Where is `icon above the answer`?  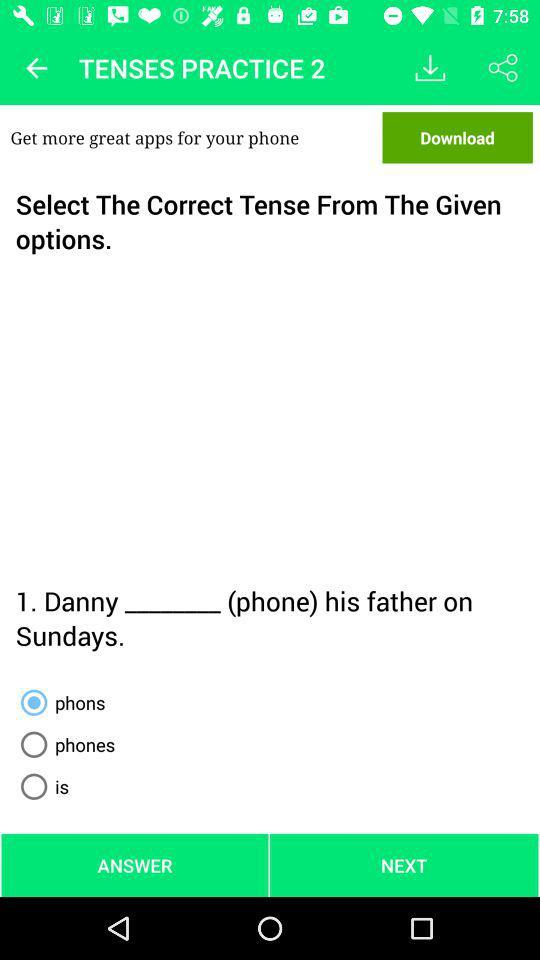
icon above the answer is located at coordinates (41, 786).